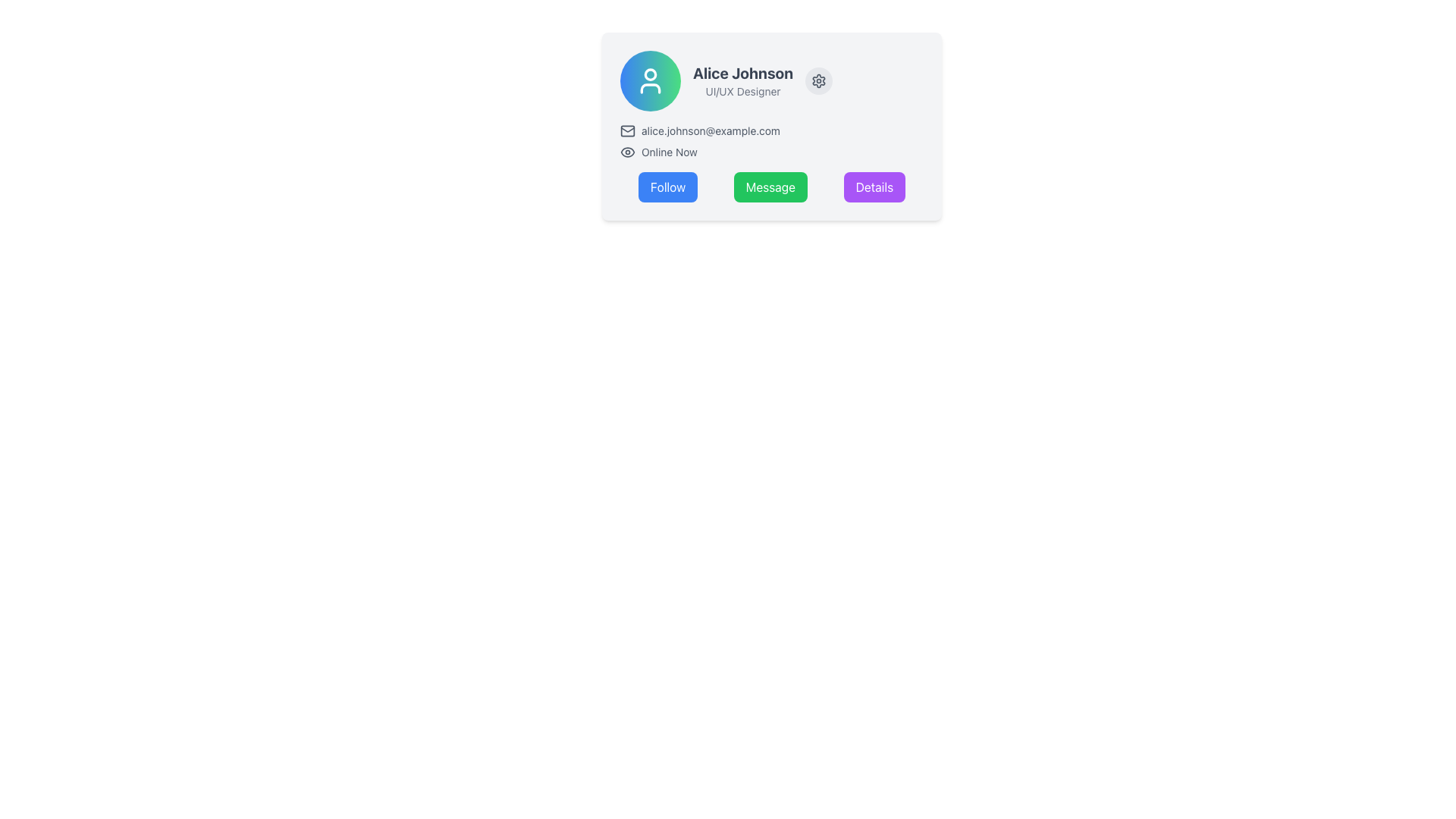 The width and height of the screenshot is (1456, 819). I want to click on the circular avatar with a gradient background that contains a white user icon, located next to the name 'Alice Johnson' in the profile card section, so click(651, 81).